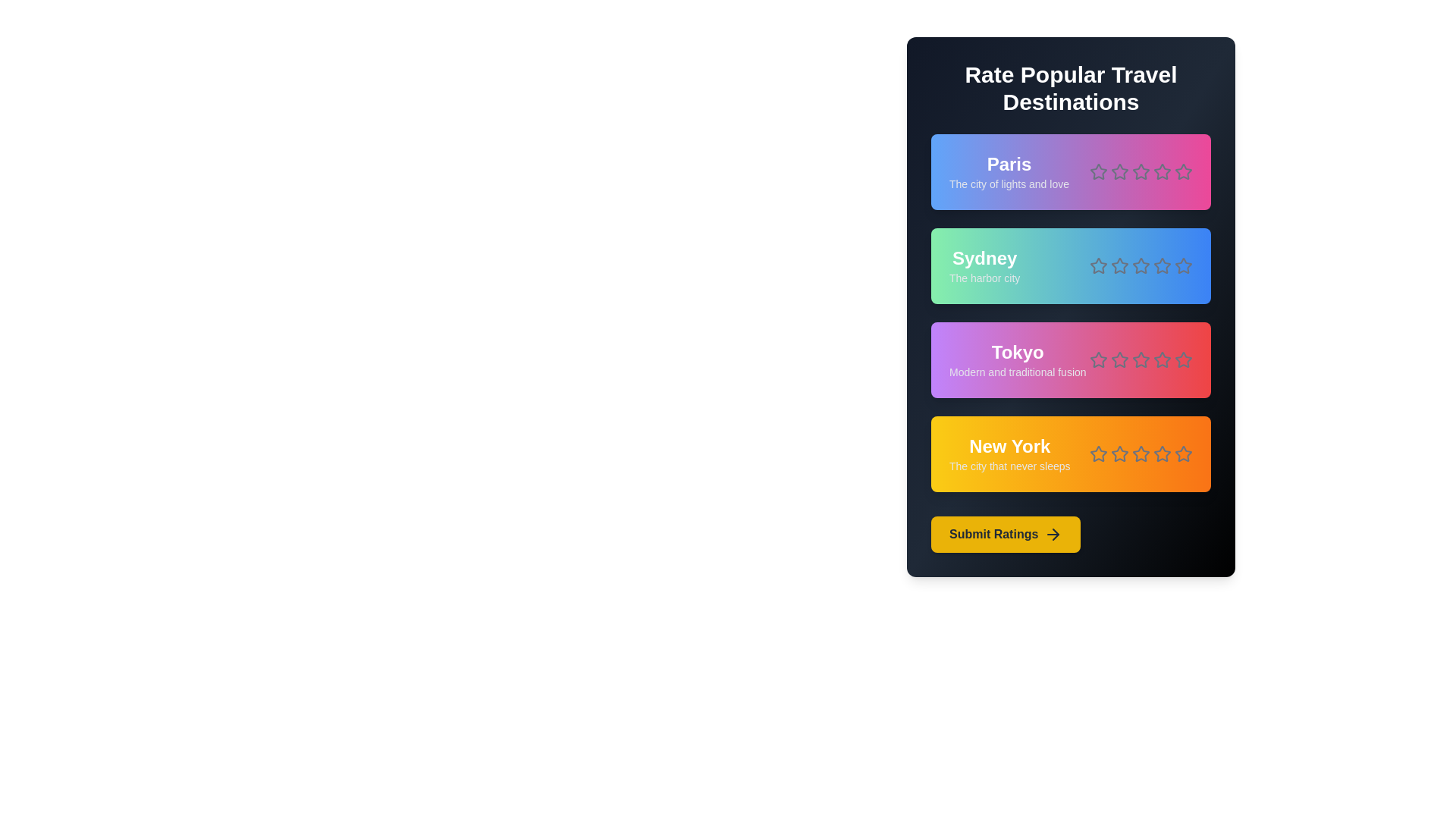 The image size is (1456, 819). Describe the element at coordinates (1006, 534) in the screenshot. I see `the 'Submit Ratings' button to submit the ratings` at that location.